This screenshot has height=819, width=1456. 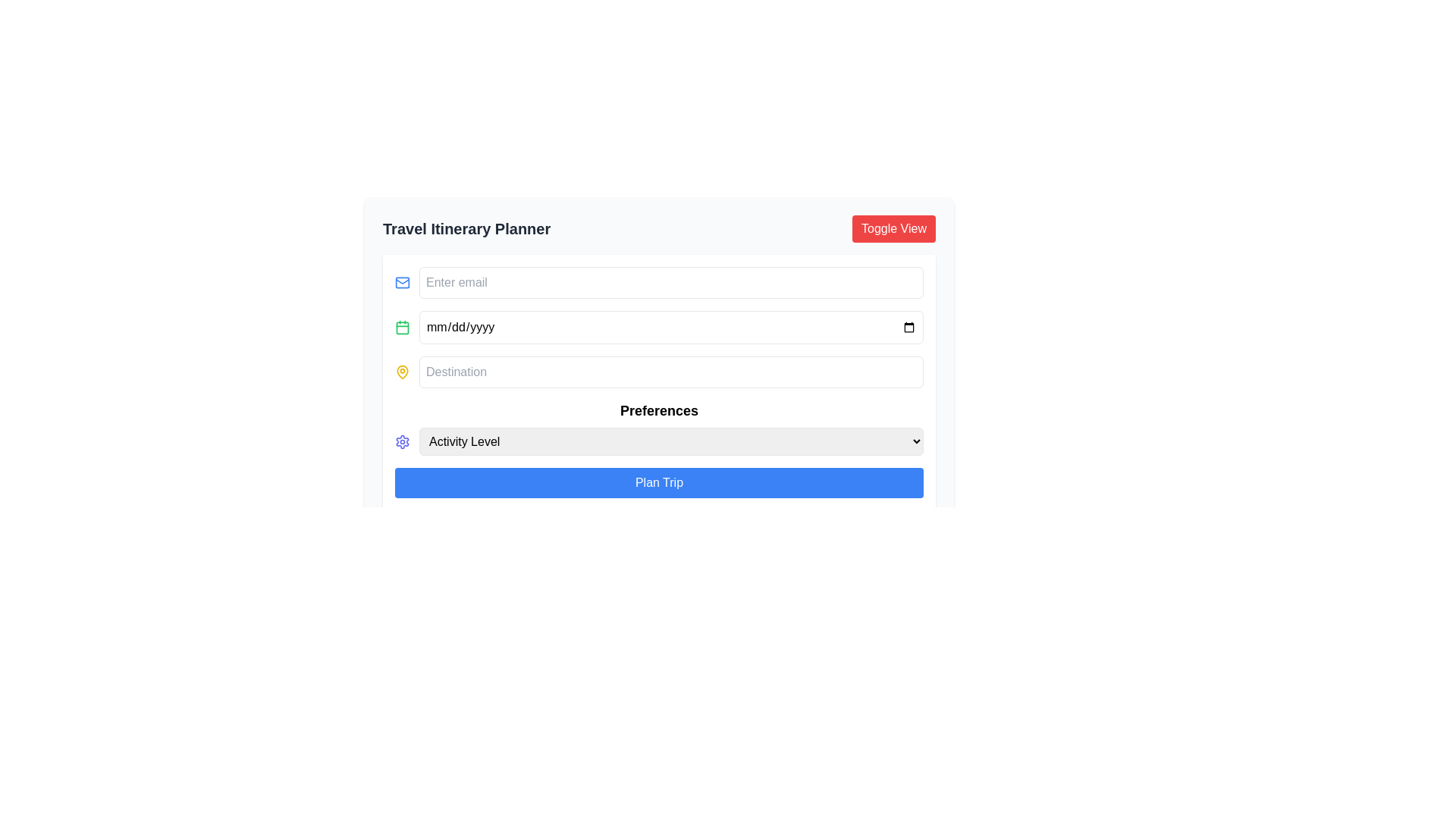 What do you see at coordinates (659, 441) in the screenshot?
I see `an option from the Dropdown Menu located under the 'Preferences' section, which is the second item below the 'Travel Itinerary Planner' header` at bounding box center [659, 441].